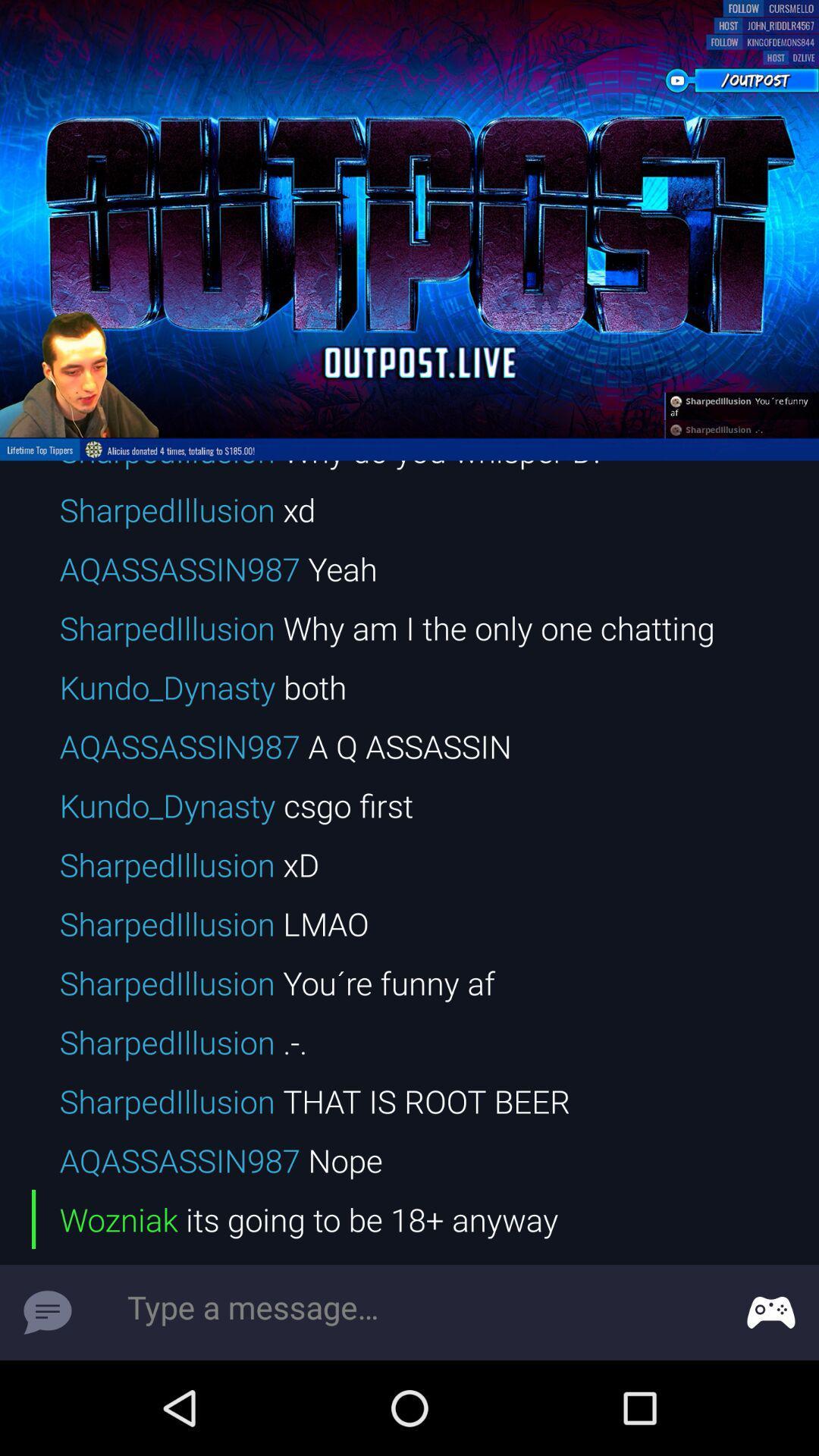 This screenshot has width=819, height=1456. Describe the element at coordinates (771, 1312) in the screenshot. I see `the chat icon` at that location.